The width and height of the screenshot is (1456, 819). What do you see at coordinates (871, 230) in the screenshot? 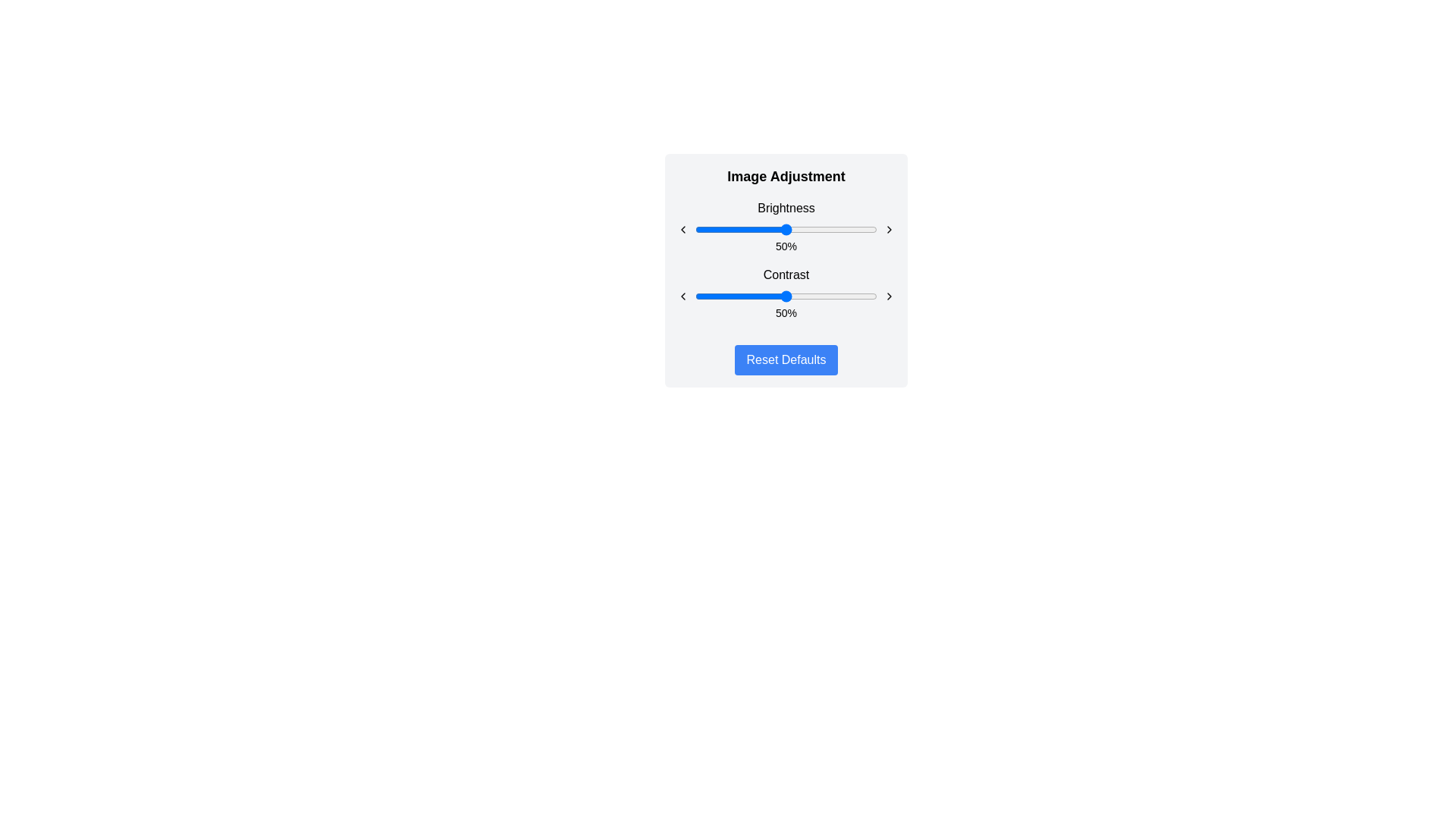
I see `brightness` at bounding box center [871, 230].